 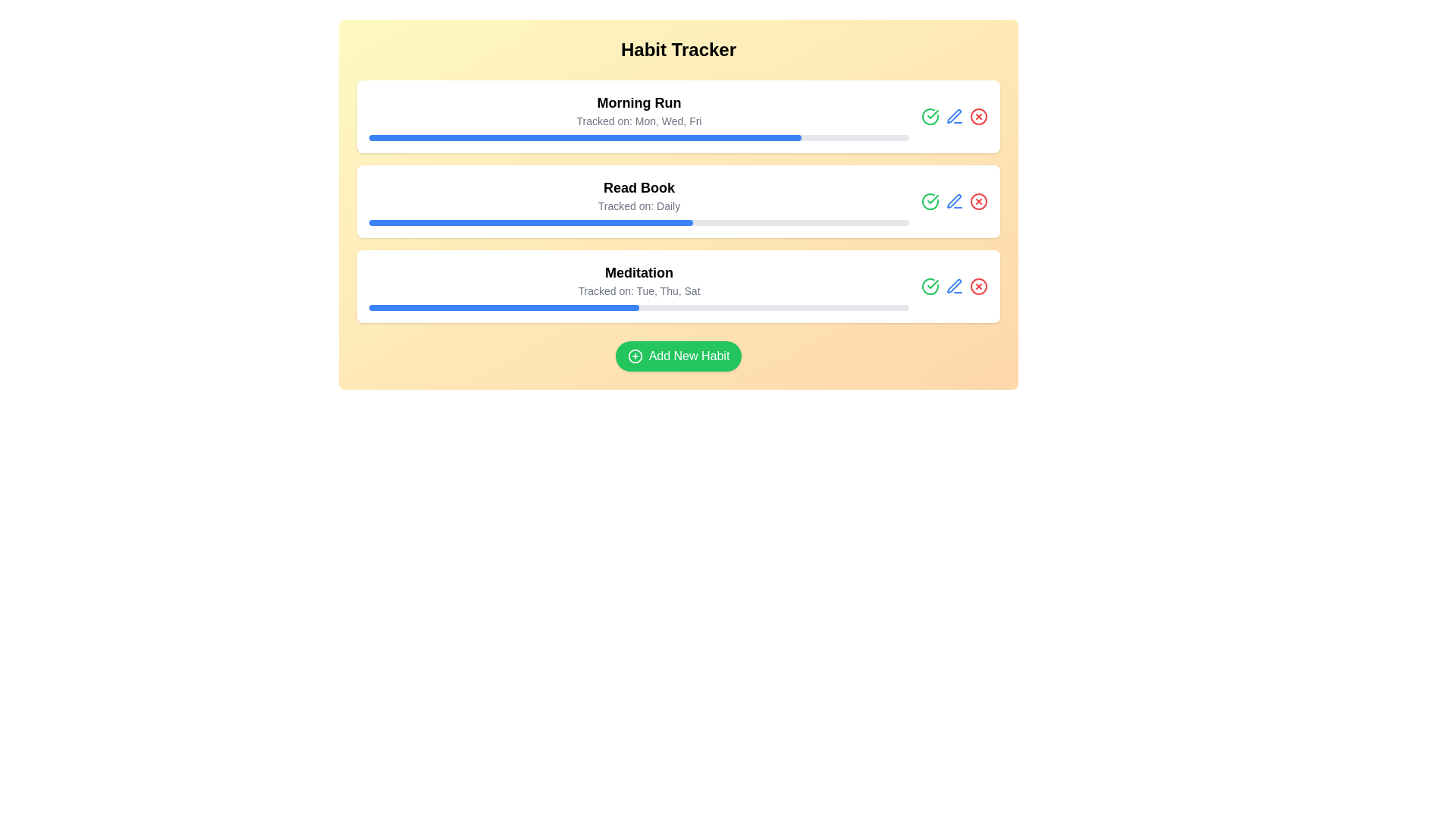 What do you see at coordinates (395, 222) in the screenshot?
I see `the progress bar` at bounding box center [395, 222].